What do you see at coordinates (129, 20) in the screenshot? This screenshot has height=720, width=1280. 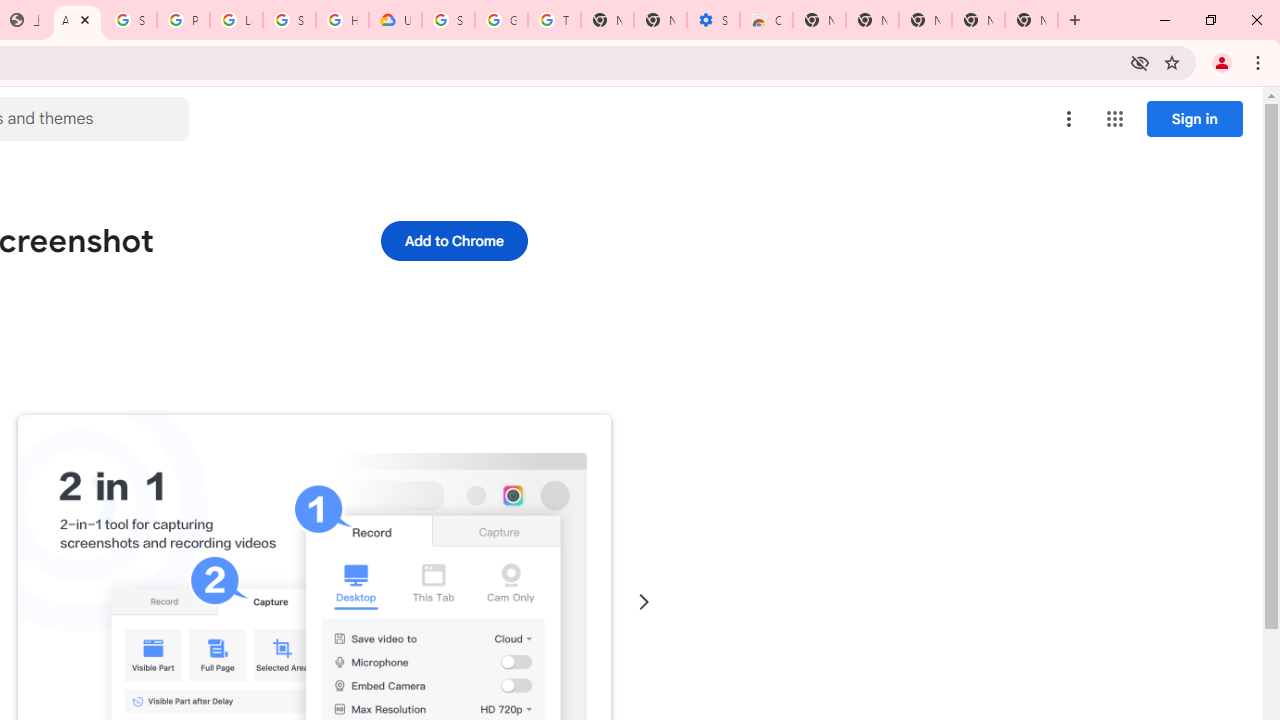 I see `'Sign in - Google Accounts'` at bounding box center [129, 20].